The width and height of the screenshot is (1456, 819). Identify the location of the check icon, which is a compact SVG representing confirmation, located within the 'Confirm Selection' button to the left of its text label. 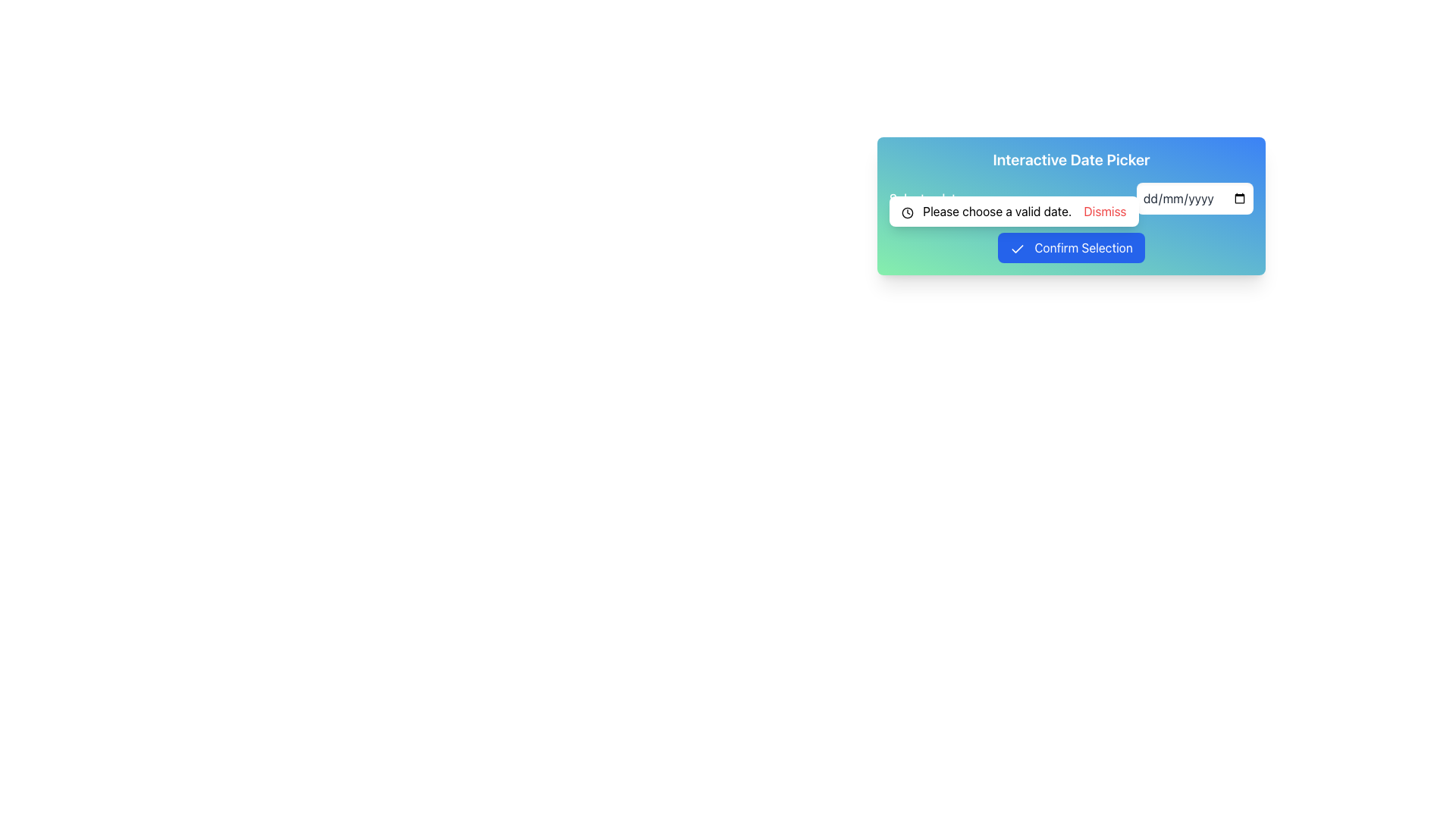
(1018, 248).